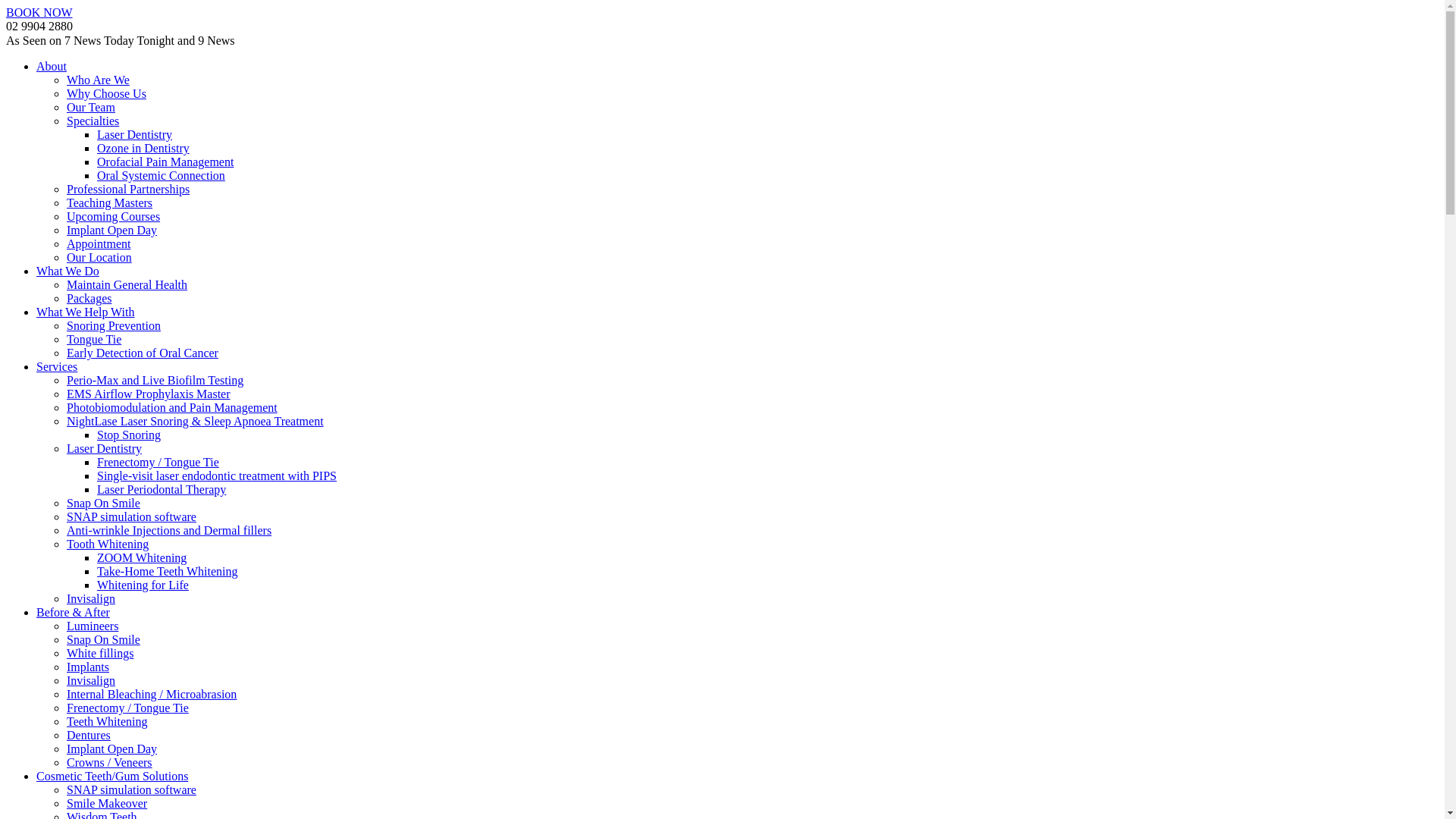 The height and width of the screenshot is (819, 1456). I want to click on 'Lumineers', so click(91, 626).